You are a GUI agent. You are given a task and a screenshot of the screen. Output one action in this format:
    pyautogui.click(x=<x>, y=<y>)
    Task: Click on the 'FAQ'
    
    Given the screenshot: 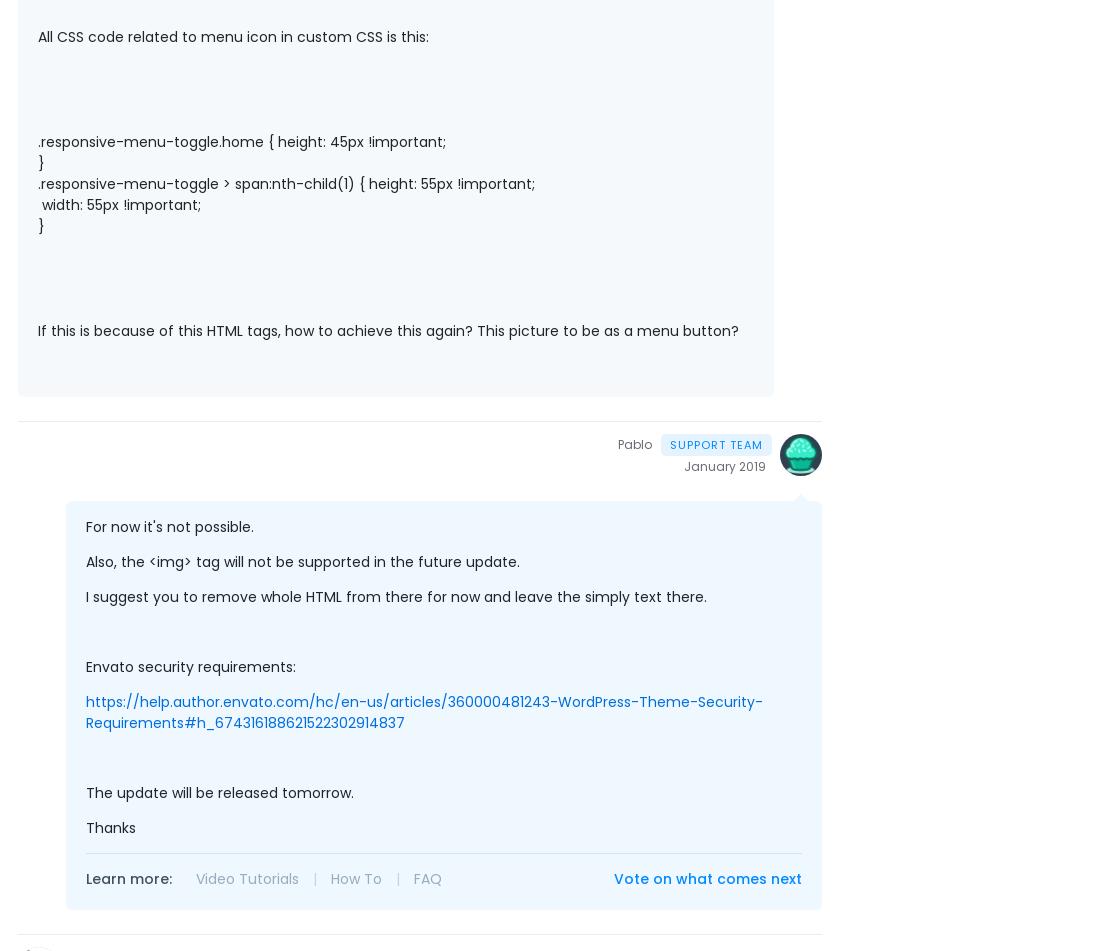 What is the action you would take?
    pyautogui.click(x=427, y=878)
    